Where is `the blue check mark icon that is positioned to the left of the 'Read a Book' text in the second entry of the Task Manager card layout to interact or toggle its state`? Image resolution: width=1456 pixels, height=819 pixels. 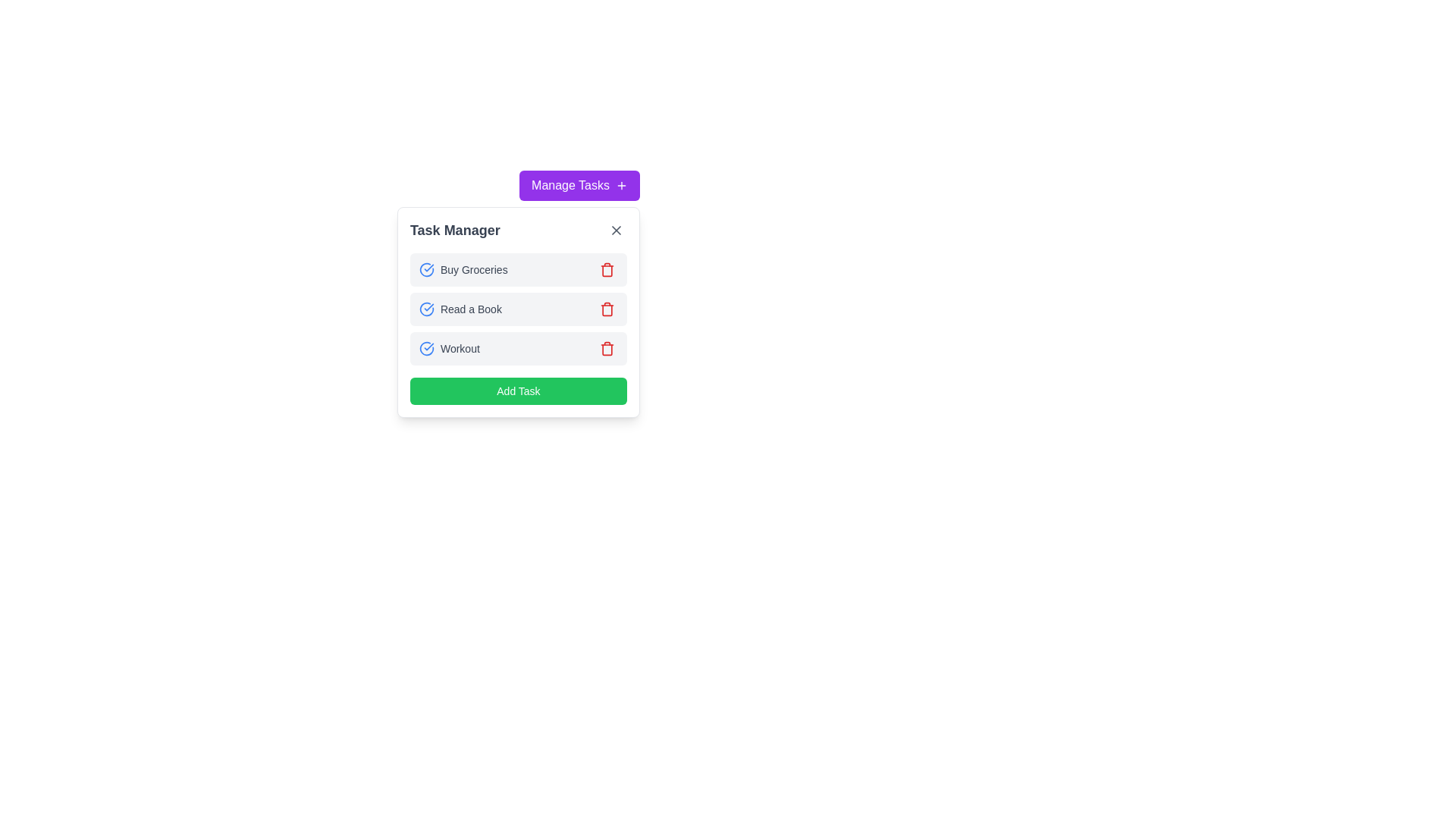 the blue check mark icon that is positioned to the left of the 'Read a Book' text in the second entry of the Task Manager card layout to interact or toggle its state is located at coordinates (425, 309).